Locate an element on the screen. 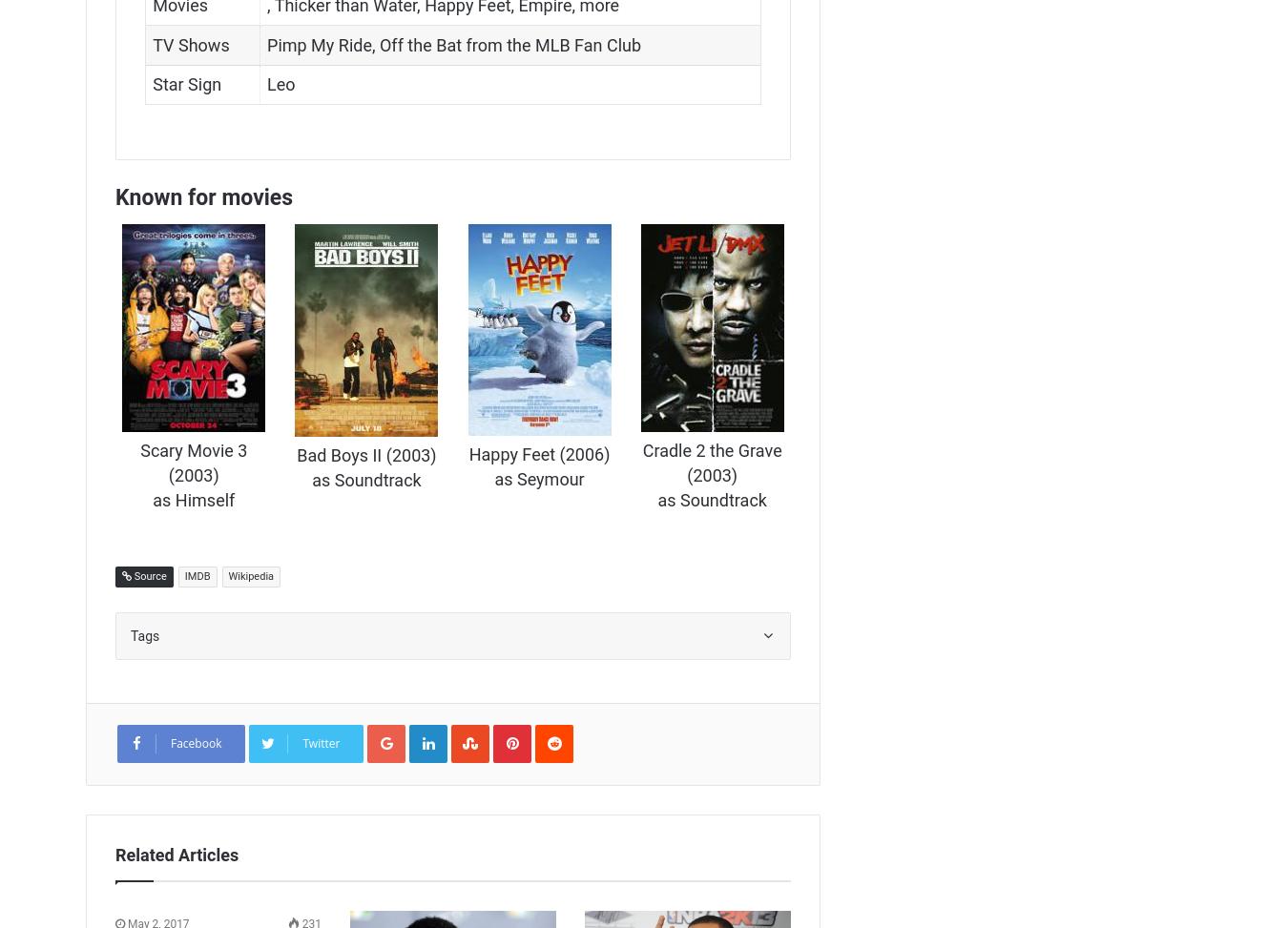  'Bad Boys II (2003)' is located at coordinates (365, 454).